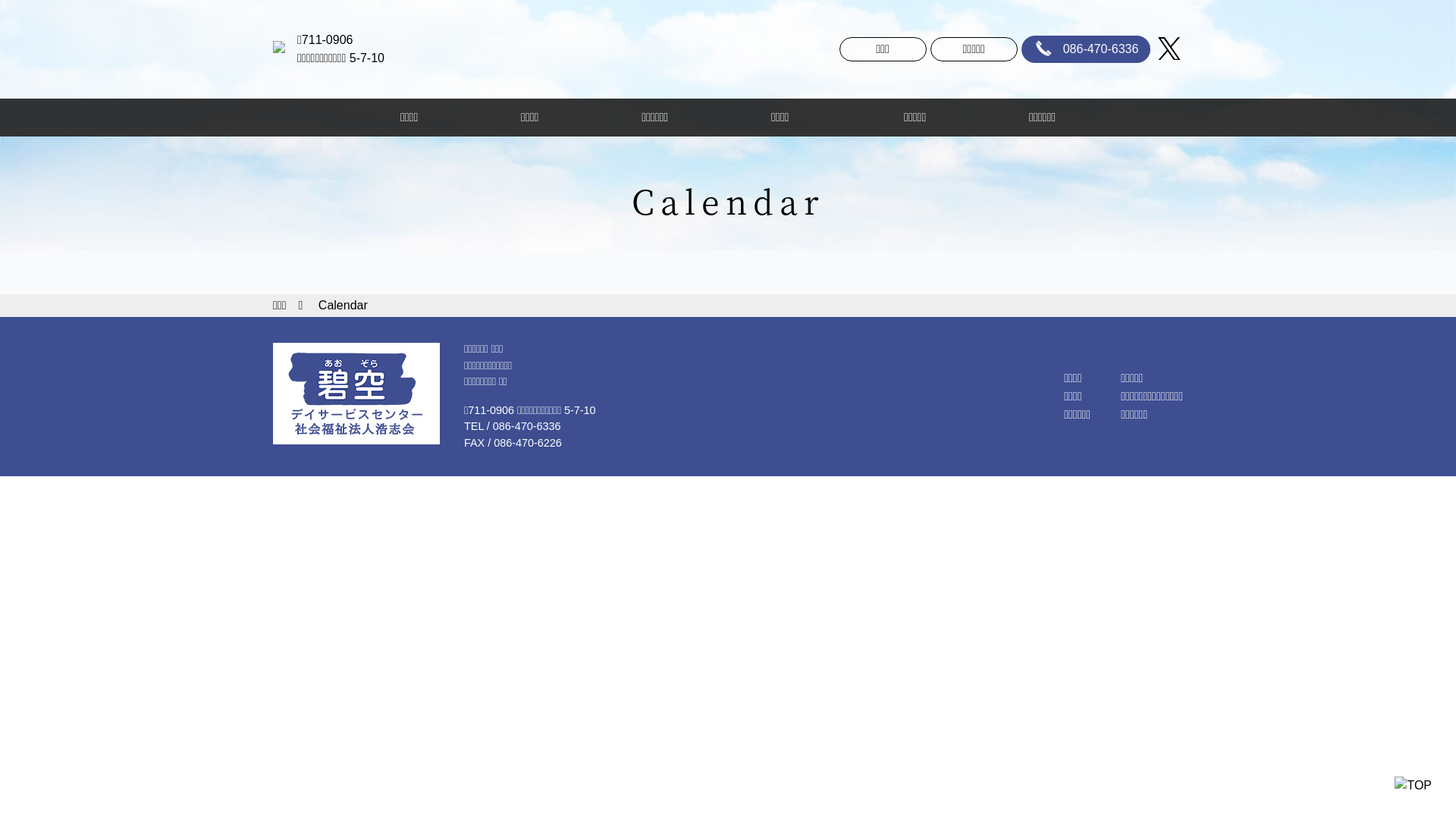 Image resolution: width=1456 pixels, height=819 pixels. I want to click on '086-470-6336', so click(527, 426).